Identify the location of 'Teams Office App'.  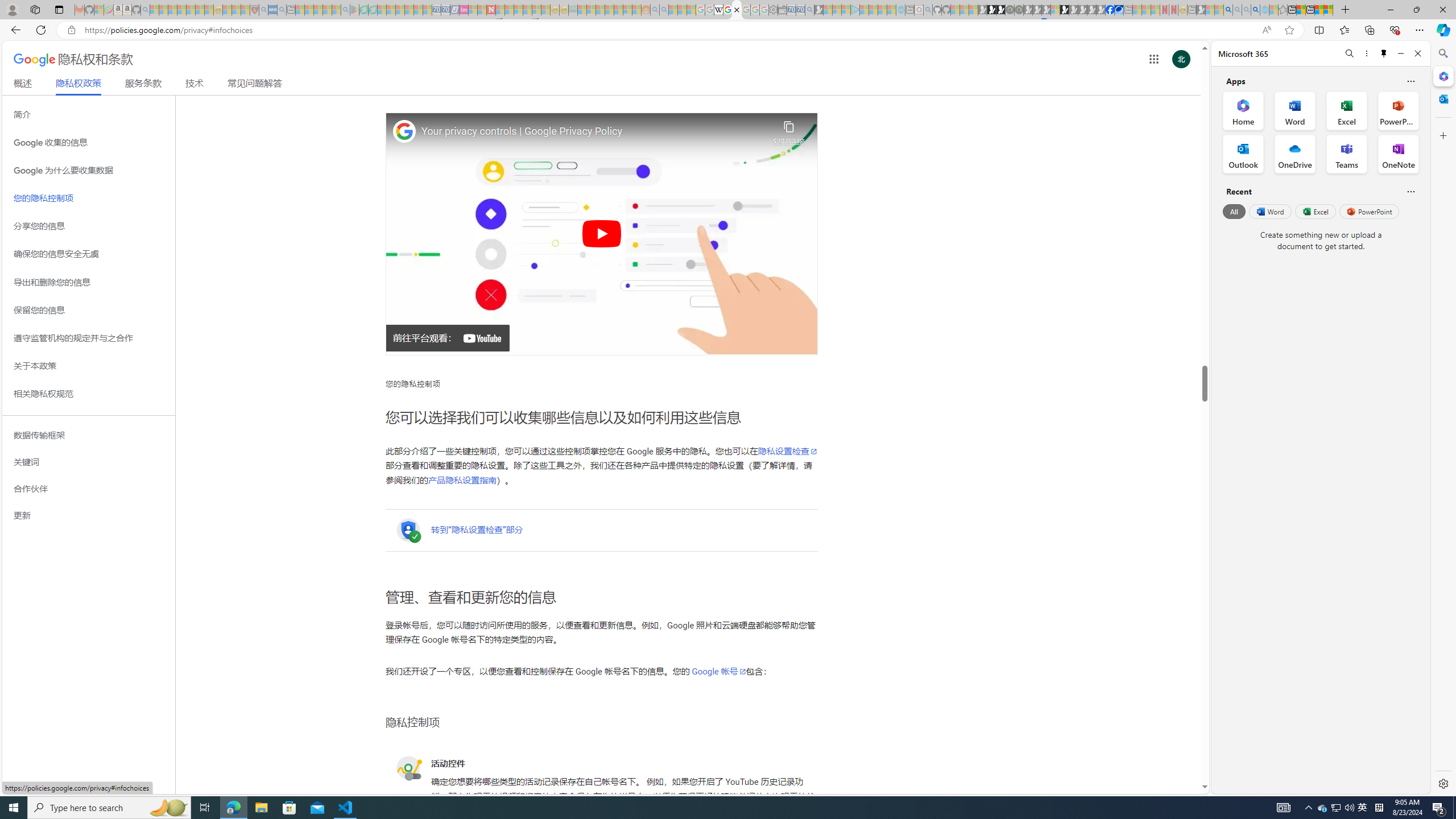
(1347, 154).